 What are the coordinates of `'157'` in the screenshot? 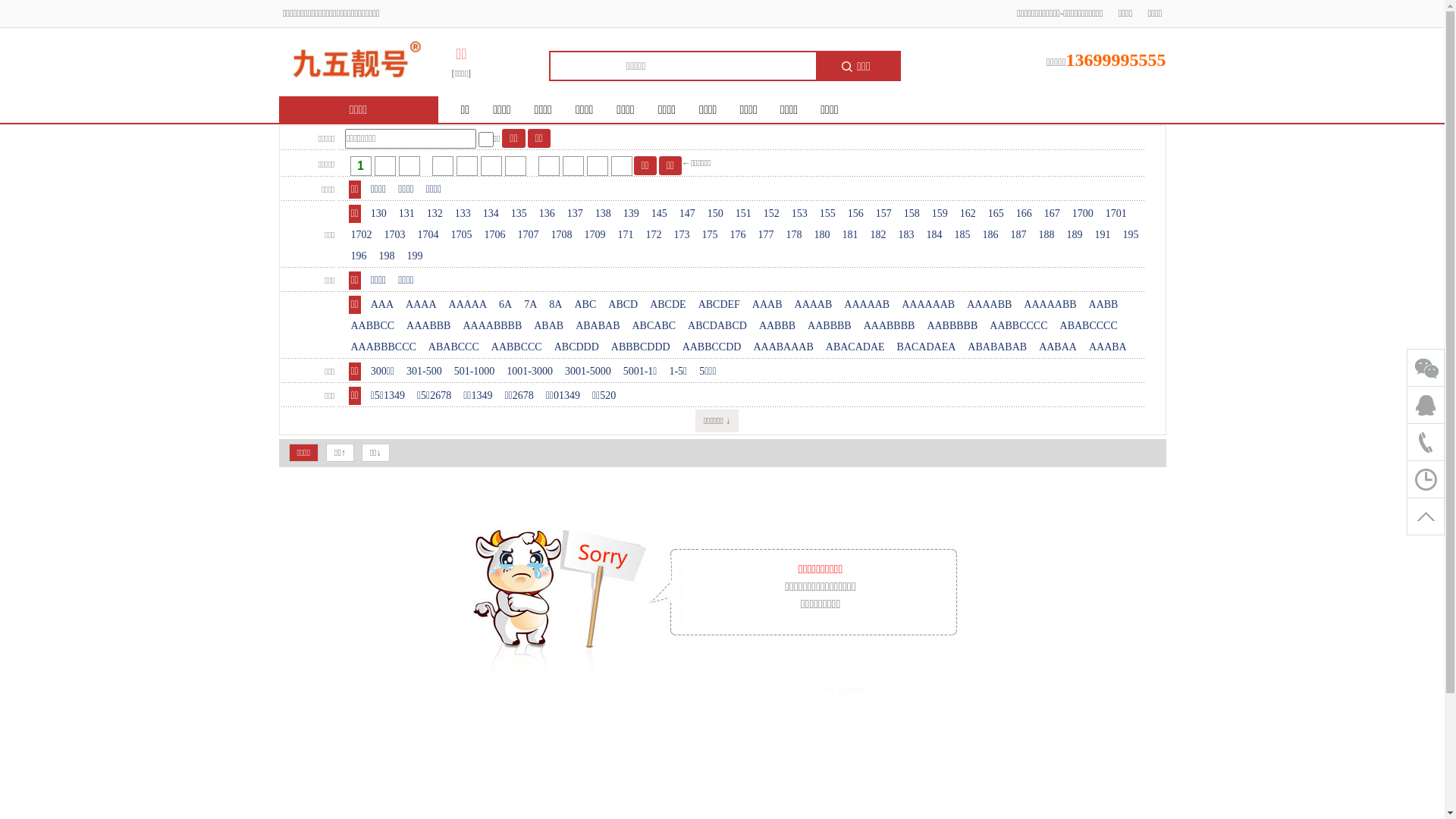 It's located at (883, 213).